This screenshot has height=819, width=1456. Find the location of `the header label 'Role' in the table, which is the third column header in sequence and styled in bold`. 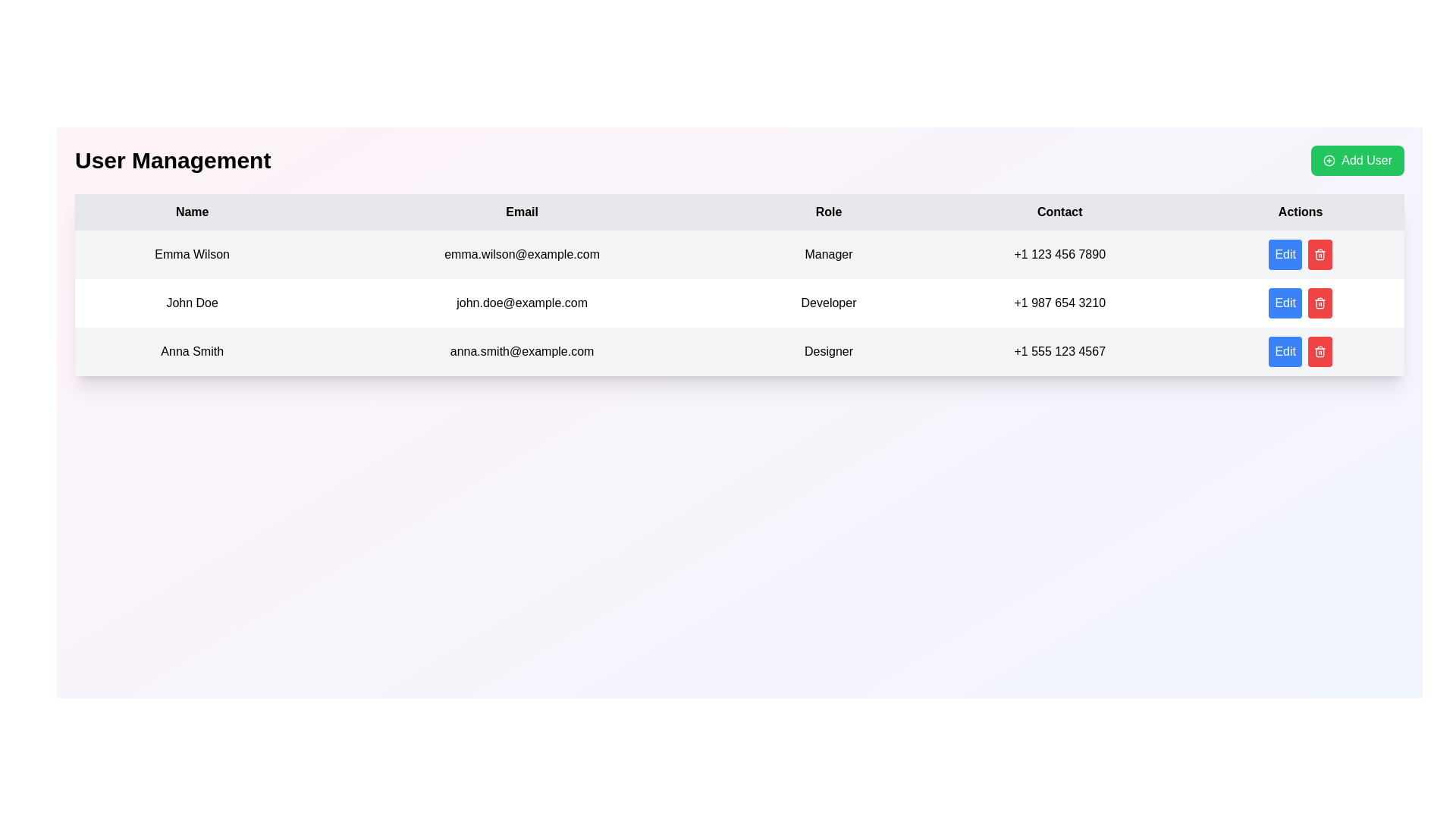

the header label 'Role' in the table, which is the third column header in sequence and styled in bold is located at coordinates (828, 212).